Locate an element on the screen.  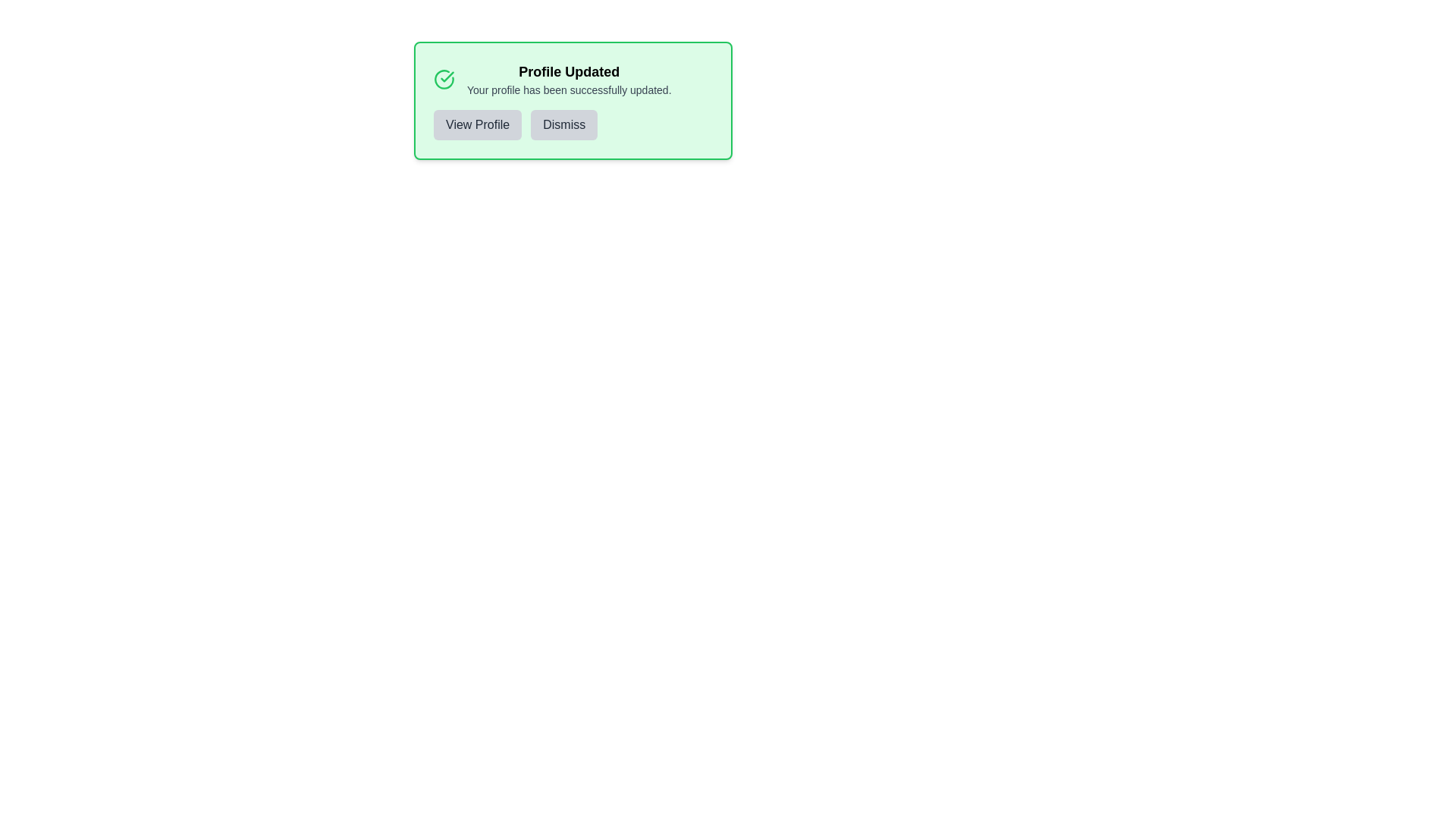
the 'Dismiss' button located in the Button Group at the bottom of the green-bordered card is located at coordinates (572, 124).